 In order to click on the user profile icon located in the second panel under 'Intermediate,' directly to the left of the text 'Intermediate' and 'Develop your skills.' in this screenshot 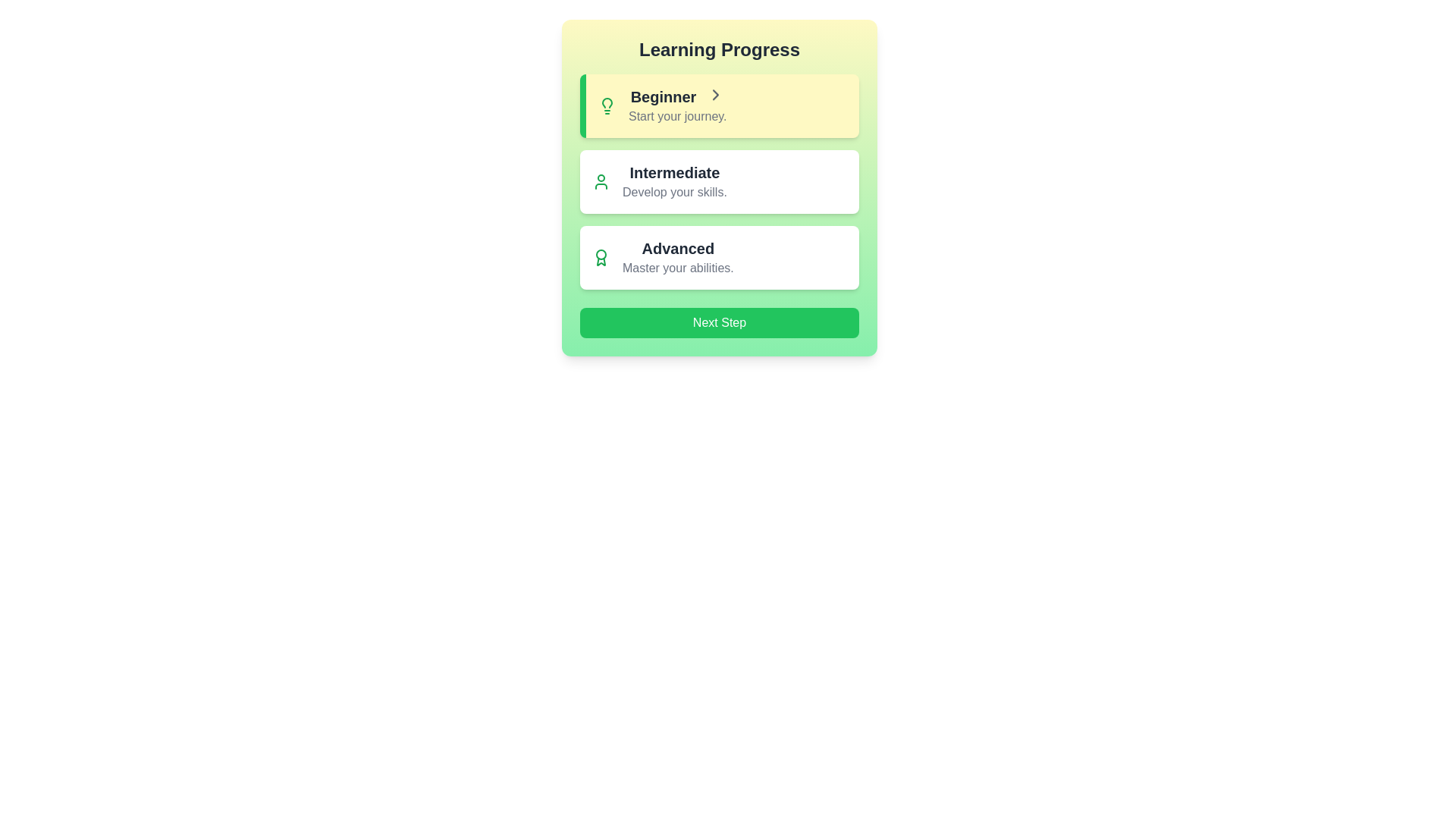, I will do `click(600, 180)`.